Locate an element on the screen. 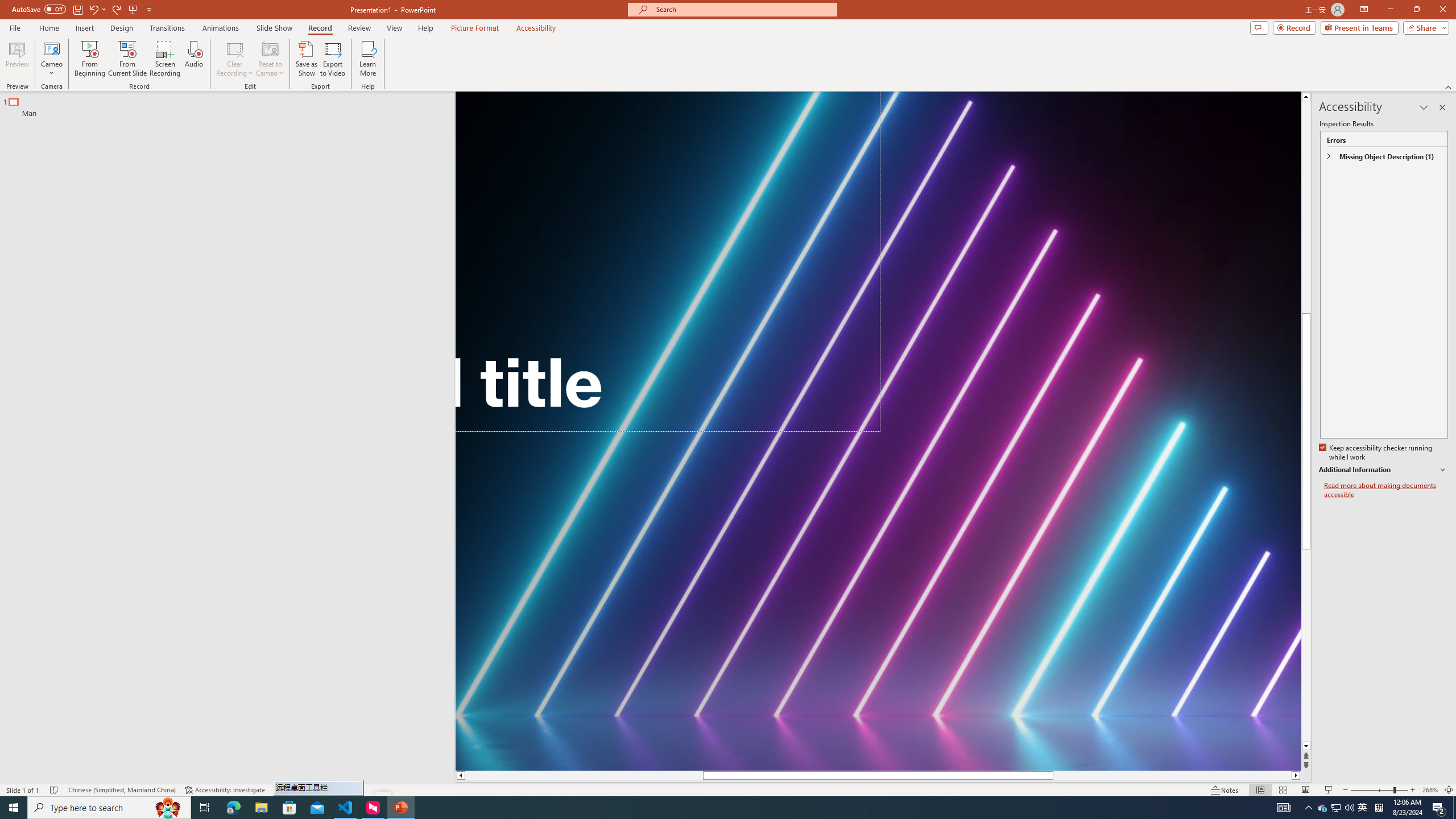 The height and width of the screenshot is (819, 1456). 'From Current Slide...' is located at coordinates (127, 59).